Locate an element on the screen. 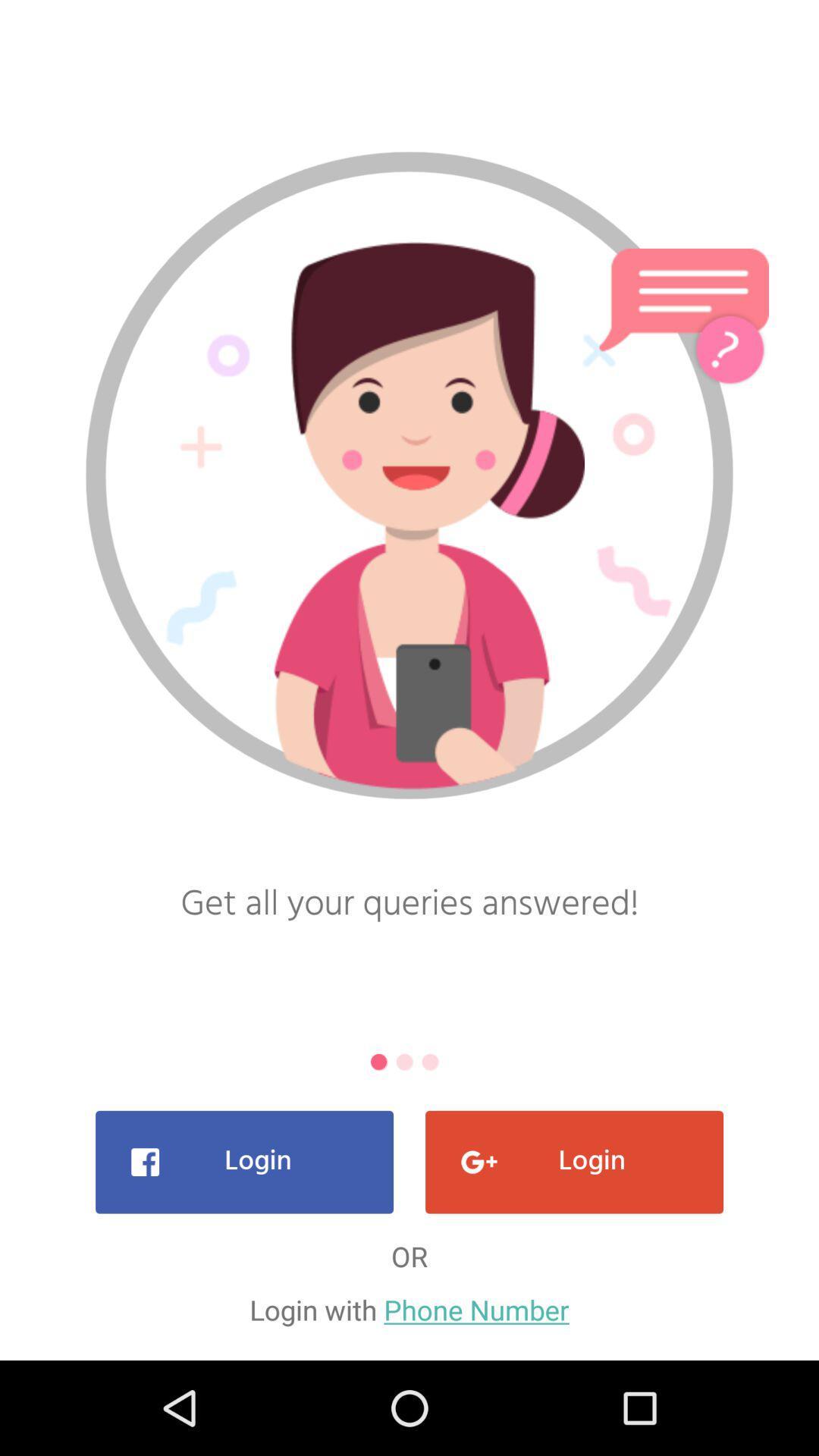 The width and height of the screenshot is (819, 1456). the login button is located at coordinates (243, 1161).